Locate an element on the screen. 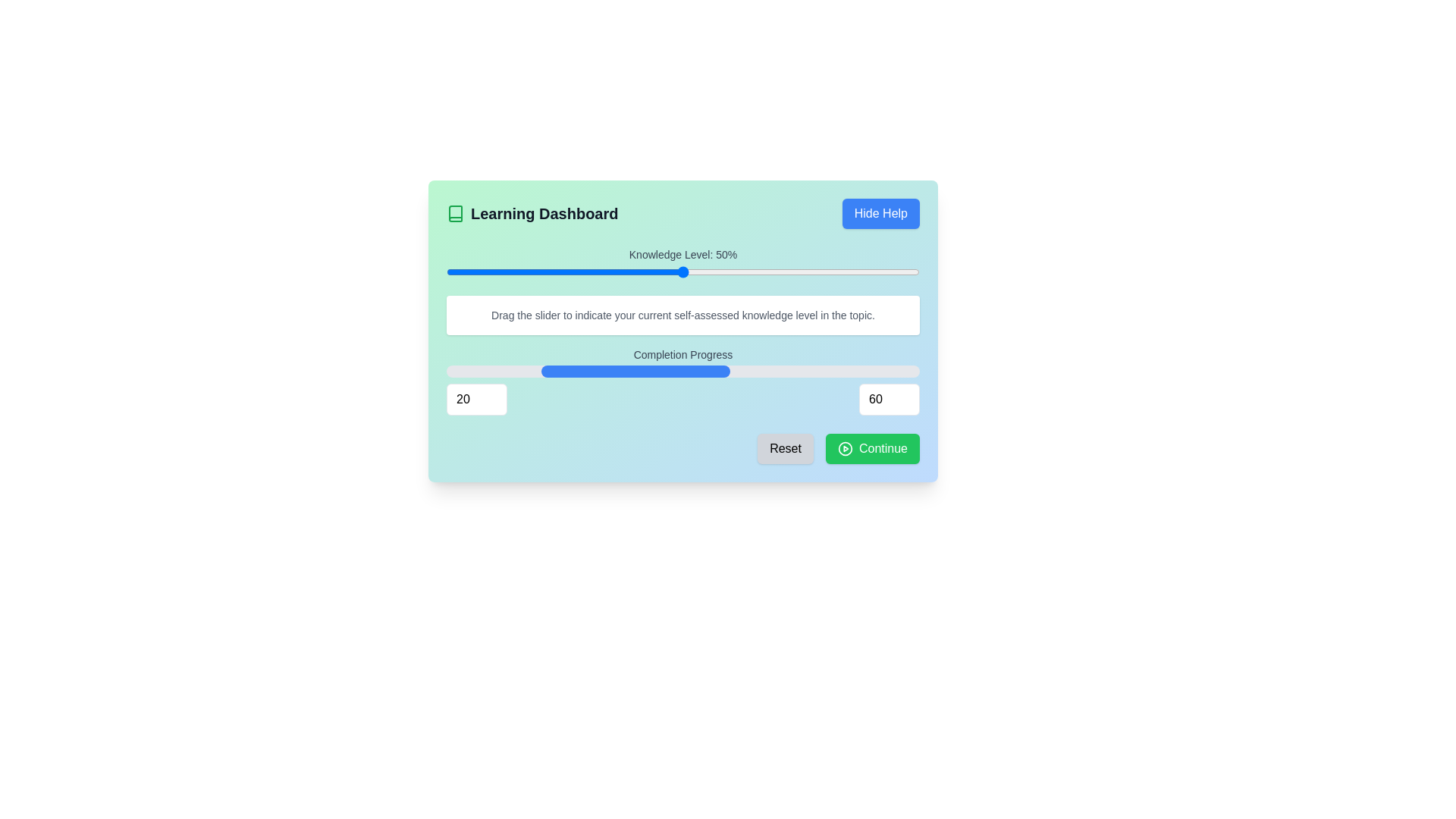  the numeric input field in the bottom-right section of the 'Completion Progress' panel is located at coordinates (889, 399).